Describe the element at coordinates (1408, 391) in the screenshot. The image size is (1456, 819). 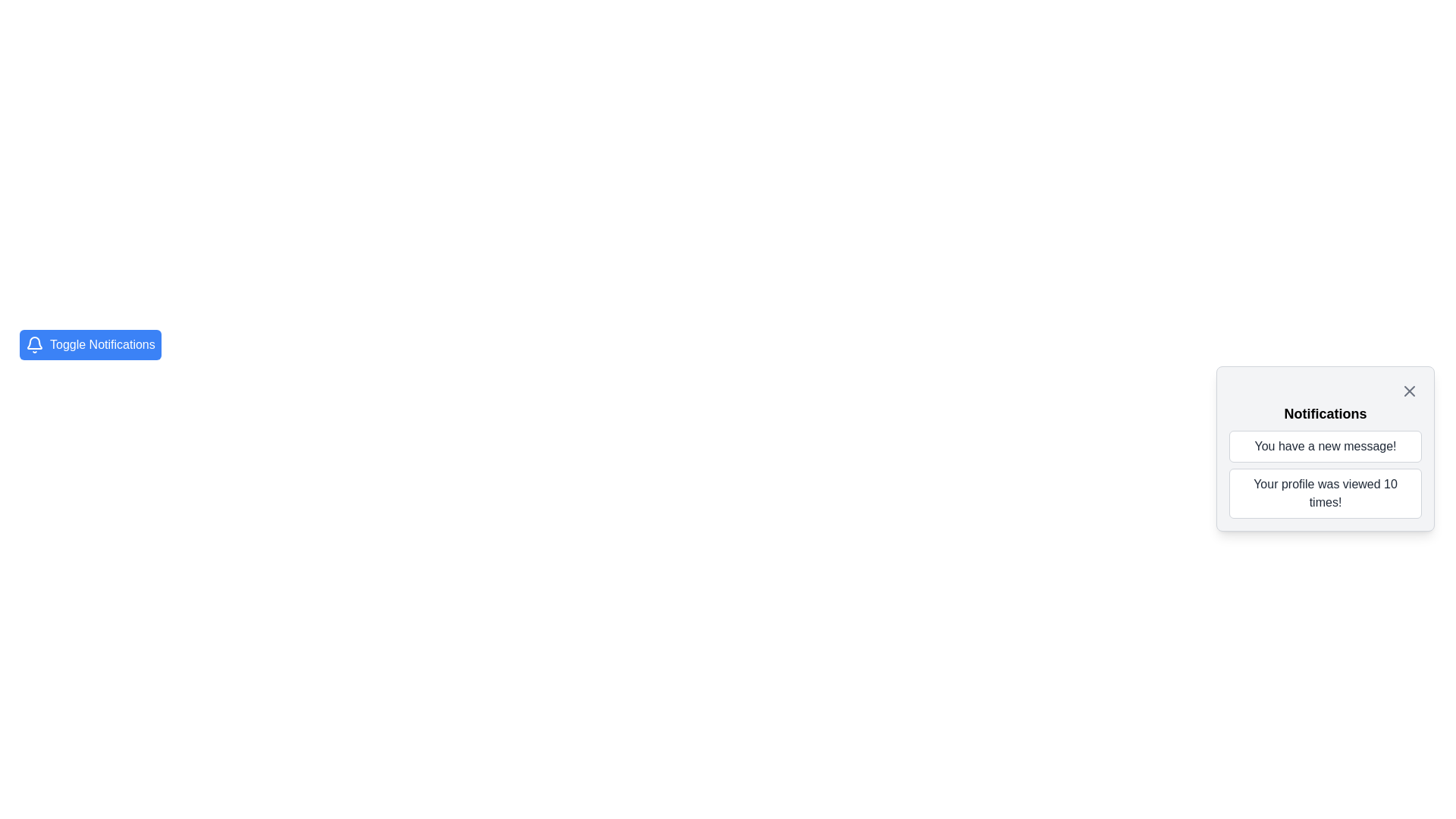
I see `the 'X' shaped close button located at the top-right corner of the notification popup to trigger possible UI responses` at that location.